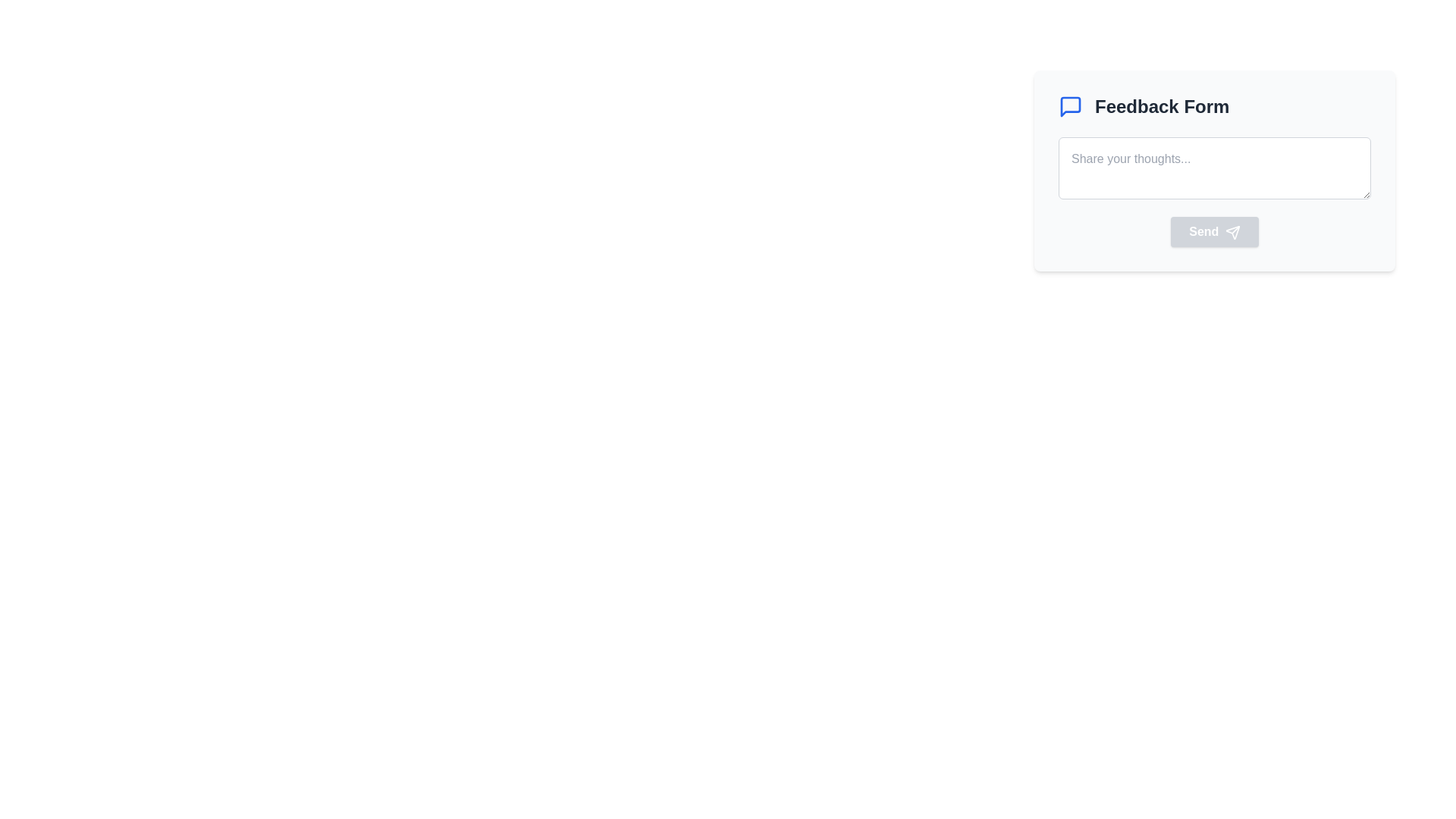 The height and width of the screenshot is (819, 1456). Describe the element at coordinates (1215, 231) in the screenshot. I see `the 'Send' button, which is a rectangular button with rounded corners, a gray background, and bold white text, positioned below the 'Share your thoughts...' input box in the 'Feedback Form' card` at that location.